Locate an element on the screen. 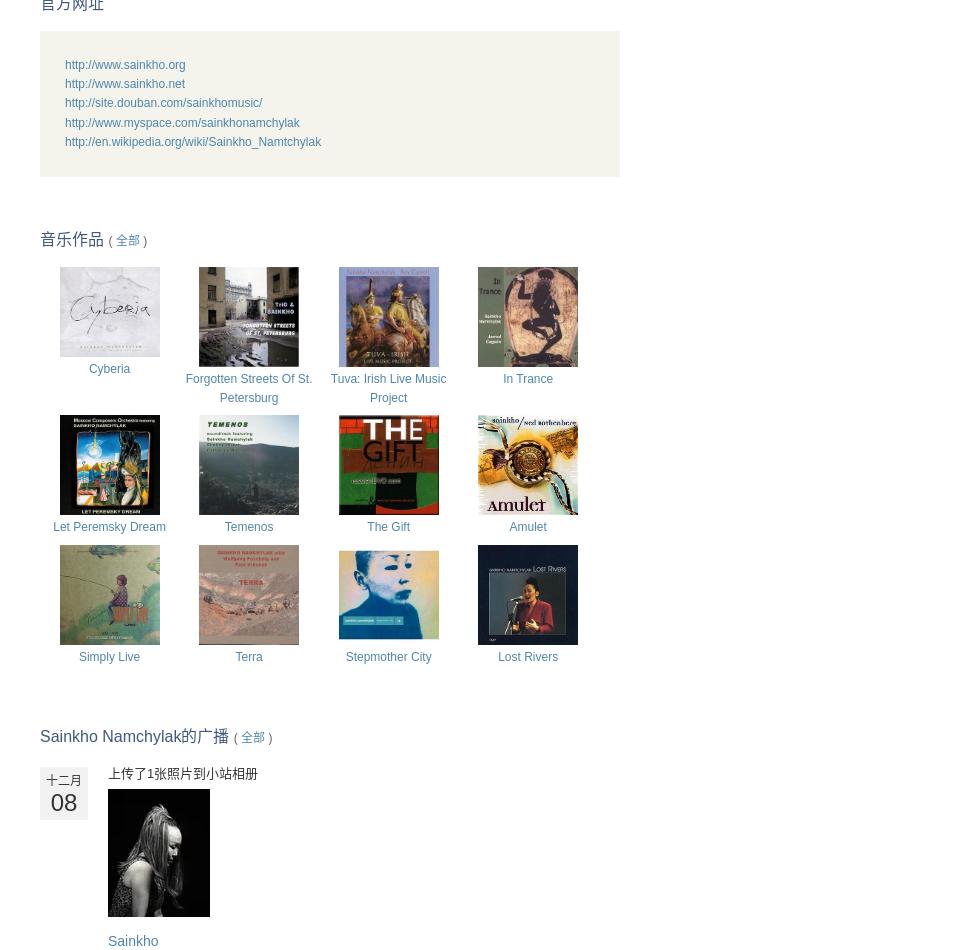 Image resolution: width=960 pixels, height=950 pixels. 'Tuva: Irish Live Music Project' is located at coordinates (387, 386).